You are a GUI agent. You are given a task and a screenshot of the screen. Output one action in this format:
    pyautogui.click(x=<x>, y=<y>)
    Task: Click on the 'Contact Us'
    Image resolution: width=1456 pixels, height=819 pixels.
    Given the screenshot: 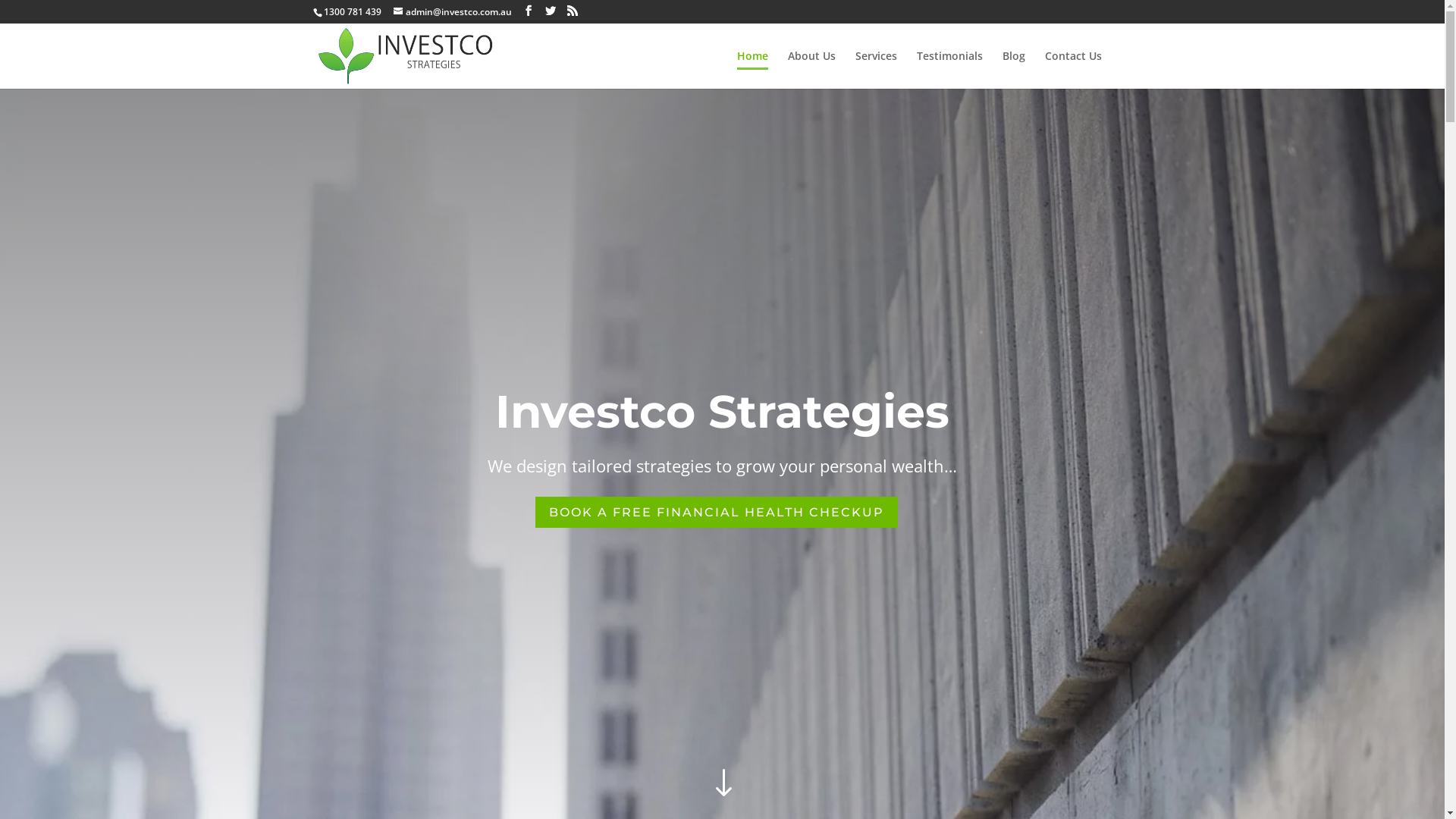 What is the action you would take?
    pyautogui.click(x=1072, y=70)
    